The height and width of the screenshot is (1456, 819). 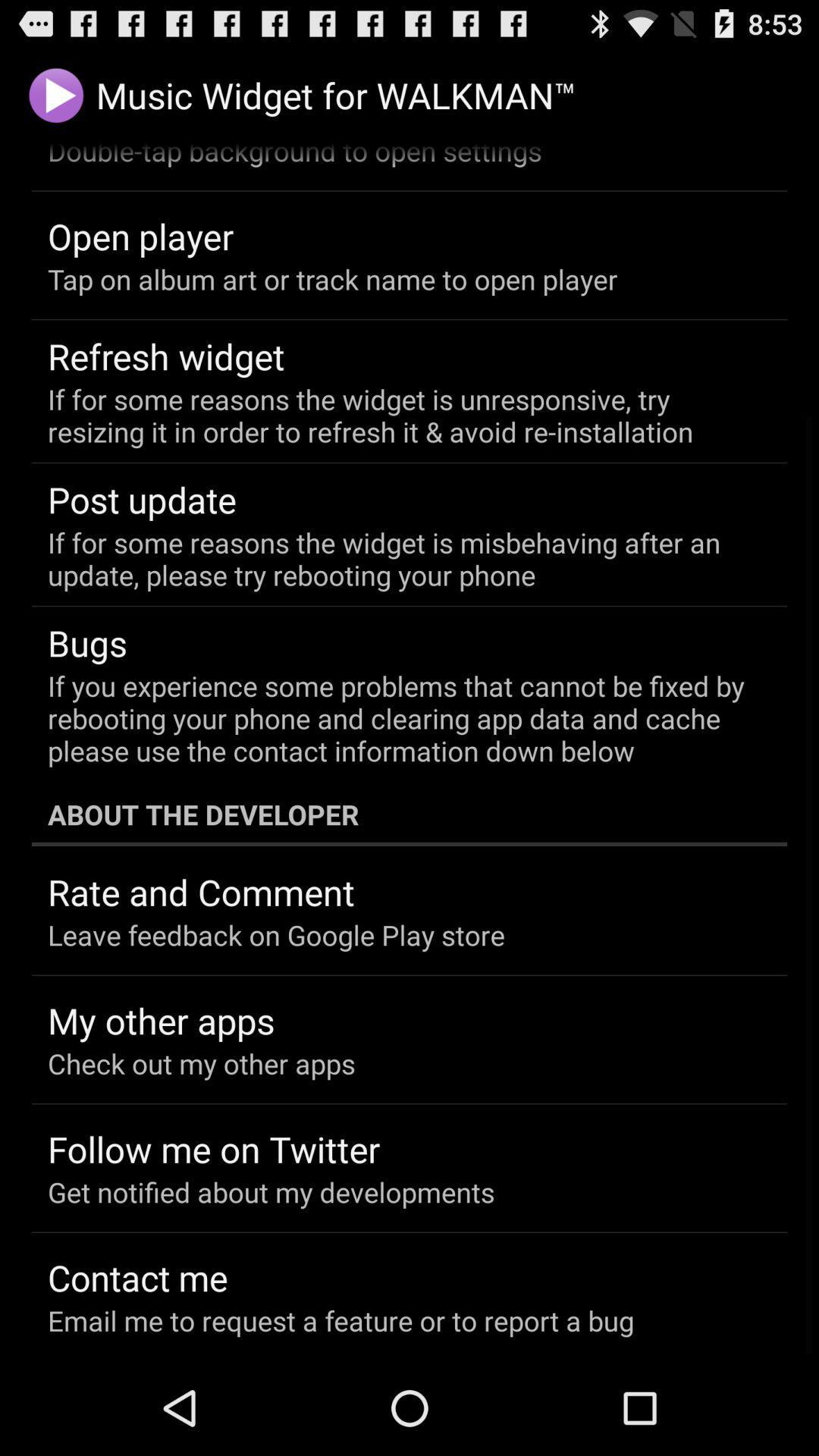 I want to click on about the developer icon, so click(x=409, y=814).